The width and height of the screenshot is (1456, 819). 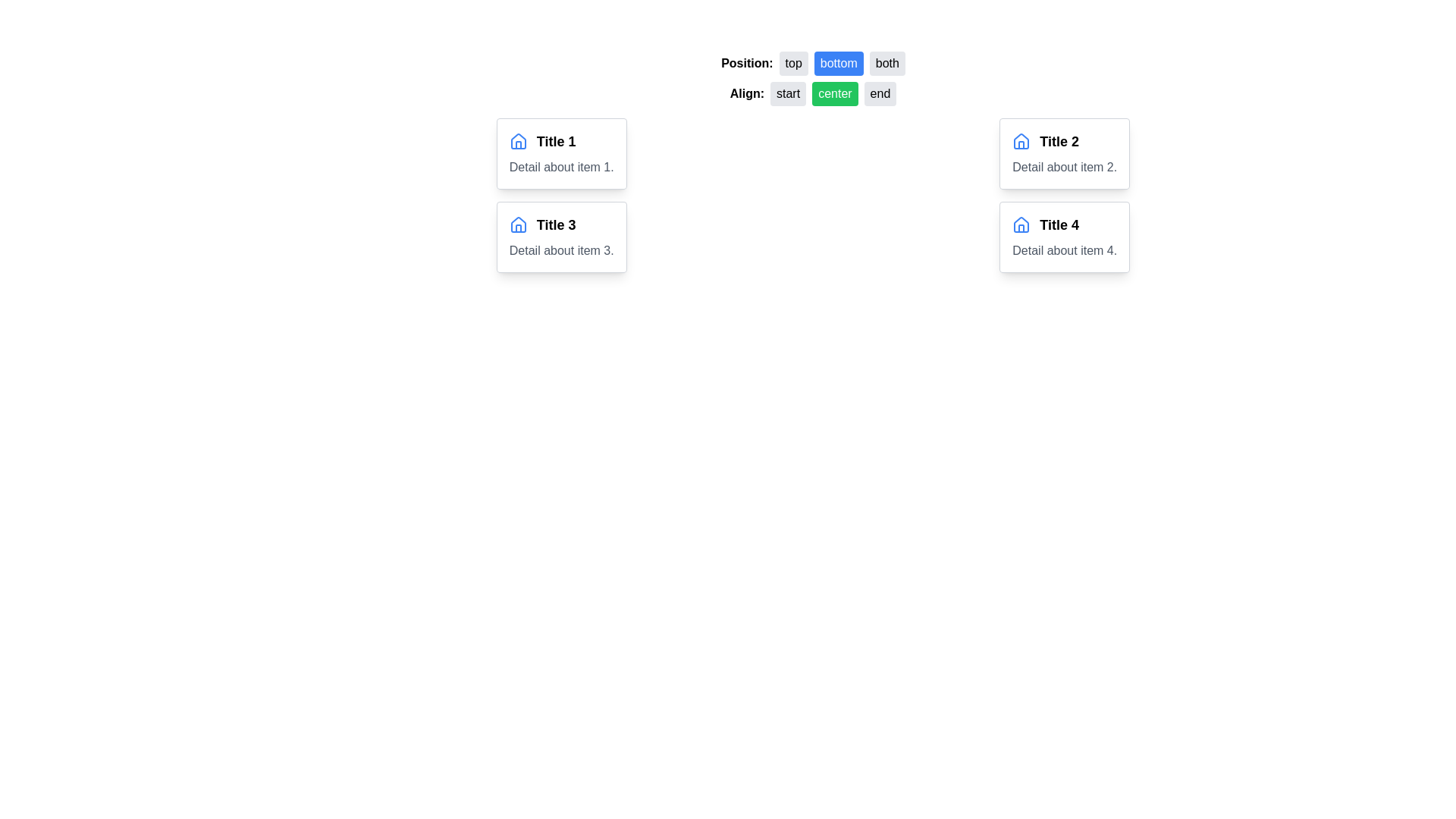 What do you see at coordinates (1064, 154) in the screenshot?
I see `the Card component presenting information about 'Title 2' located in the upper right part of the interface` at bounding box center [1064, 154].